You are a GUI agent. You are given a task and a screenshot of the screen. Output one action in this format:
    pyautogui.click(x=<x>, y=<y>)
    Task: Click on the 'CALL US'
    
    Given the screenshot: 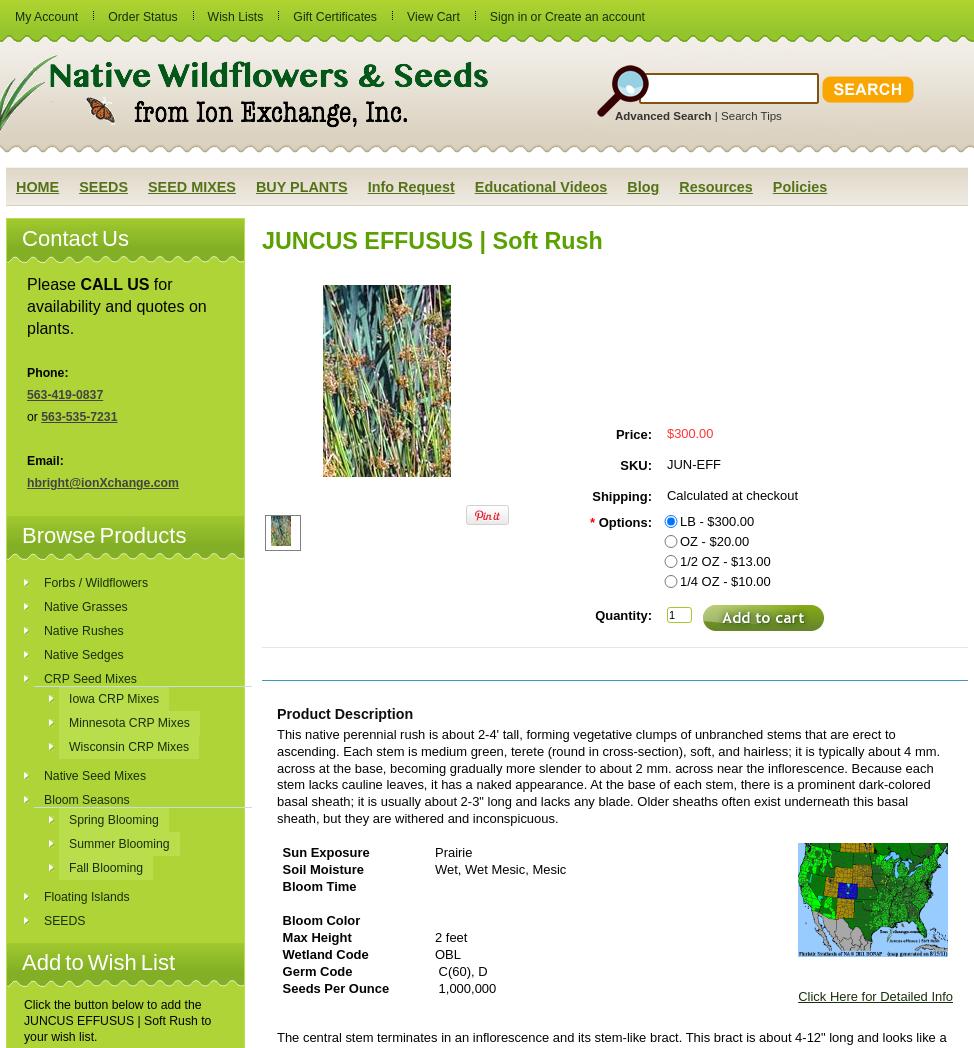 What is the action you would take?
    pyautogui.click(x=79, y=283)
    